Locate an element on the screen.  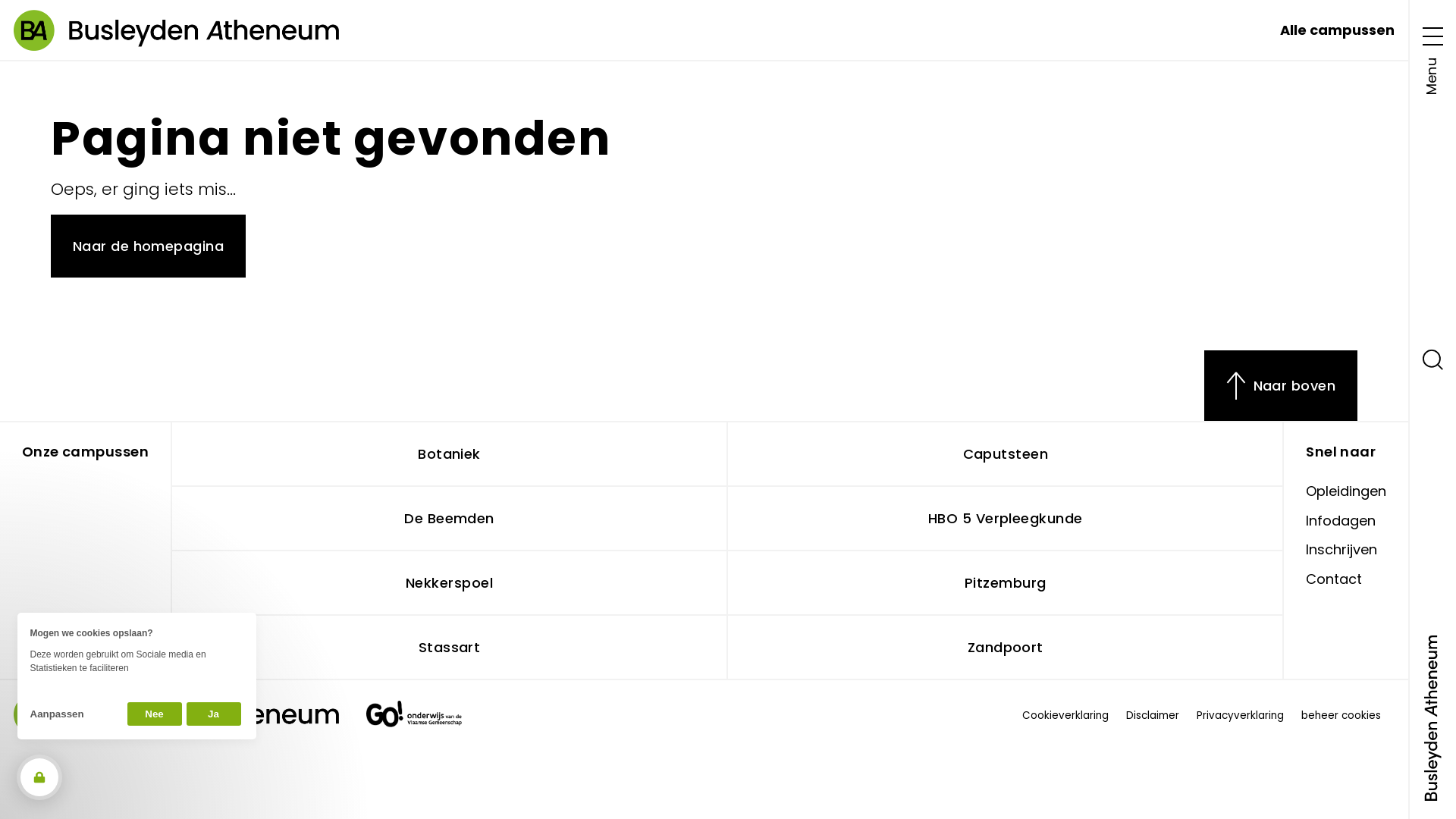
'Naar de homepagina' is located at coordinates (148, 245).